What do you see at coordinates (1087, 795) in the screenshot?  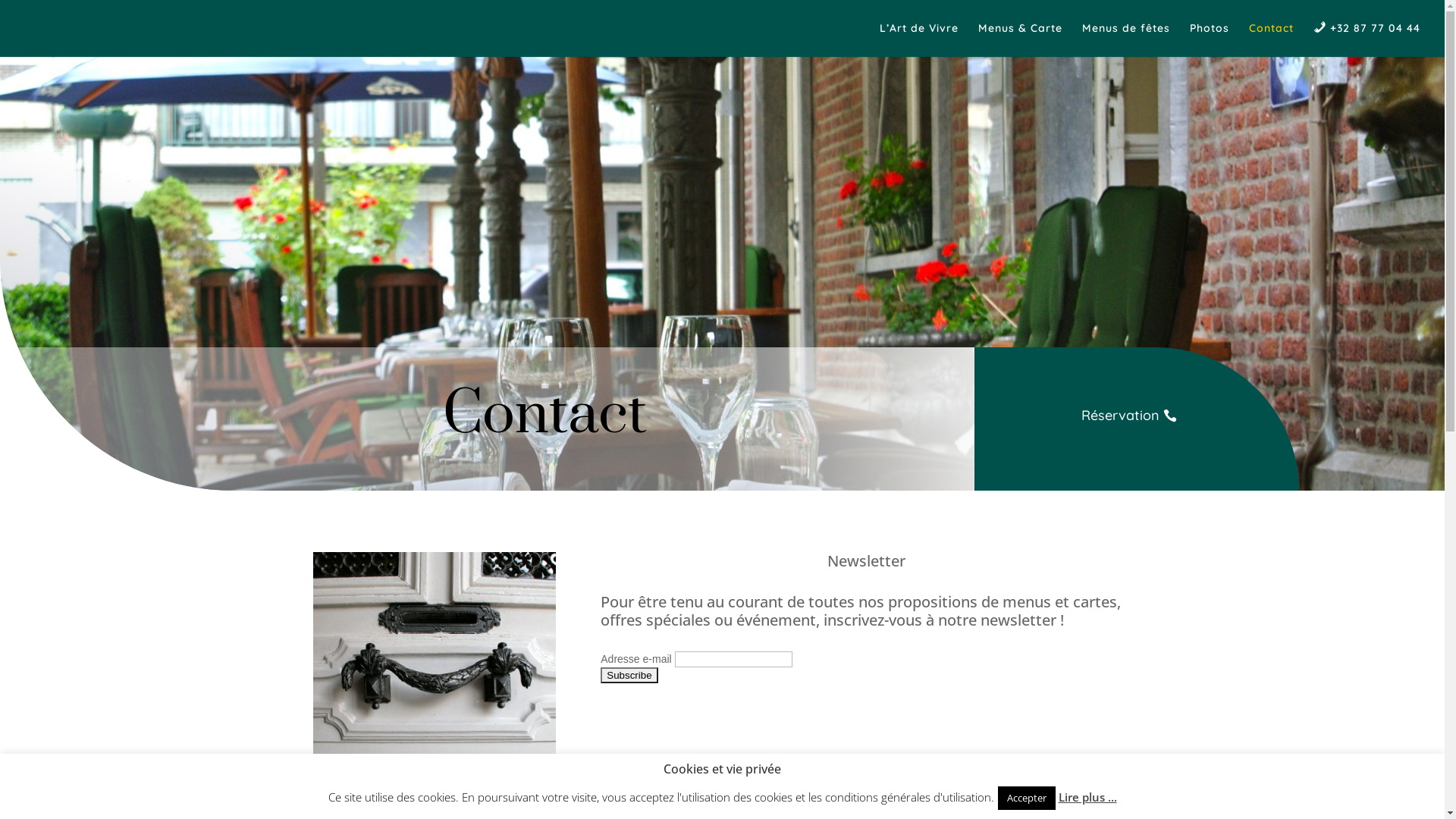 I see `'Lire plus ...'` at bounding box center [1087, 795].